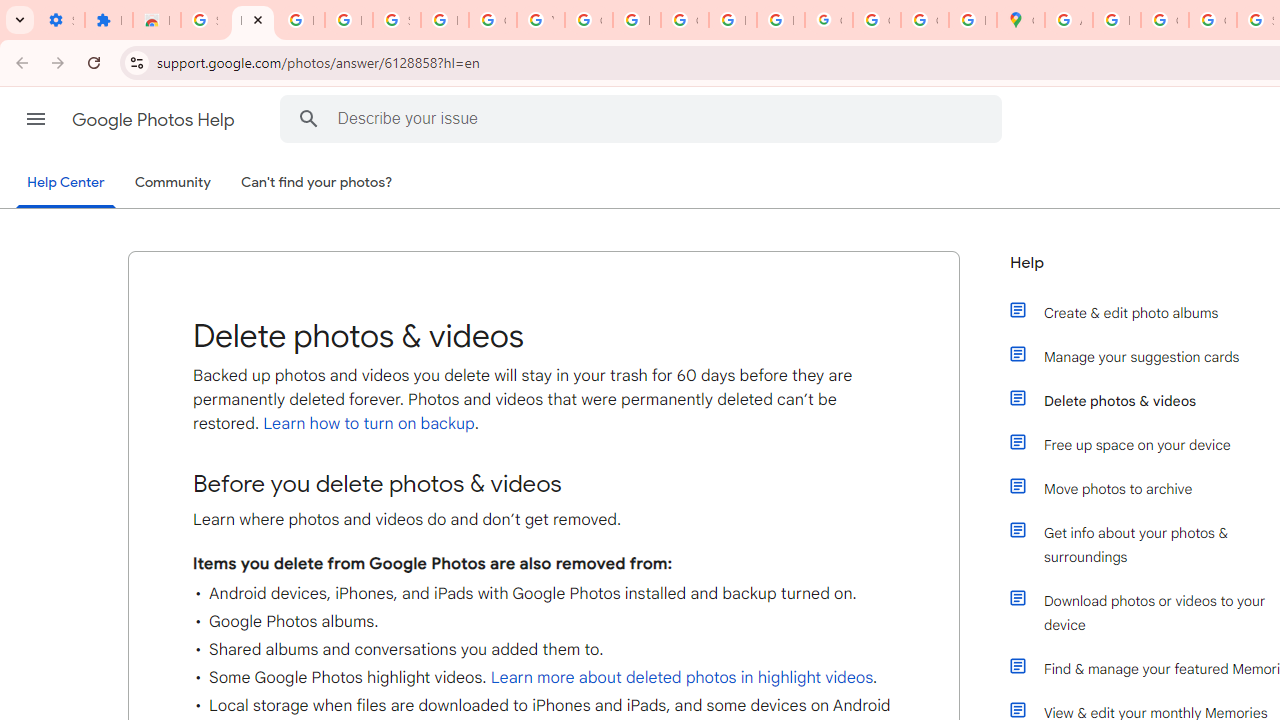 This screenshot has width=1280, height=720. What do you see at coordinates (1020, 20) in the screenshot?
I see `'Google Maps'` at bounding box center [1020, 20].